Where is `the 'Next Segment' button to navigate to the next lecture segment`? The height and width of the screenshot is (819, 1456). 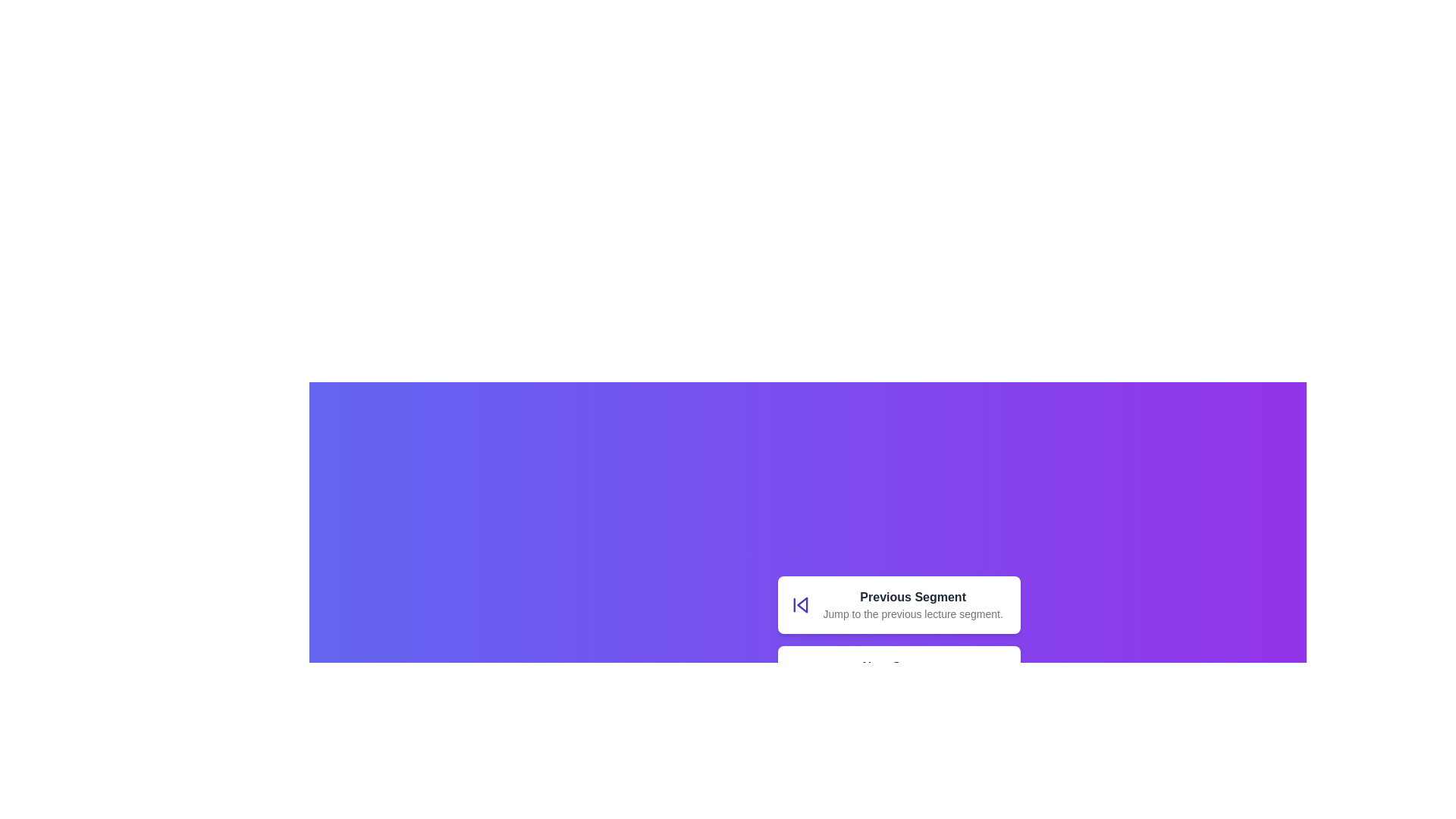
the 'Next Segment' button to navigate to the next lecture segment is located at coordinates (899, 674).